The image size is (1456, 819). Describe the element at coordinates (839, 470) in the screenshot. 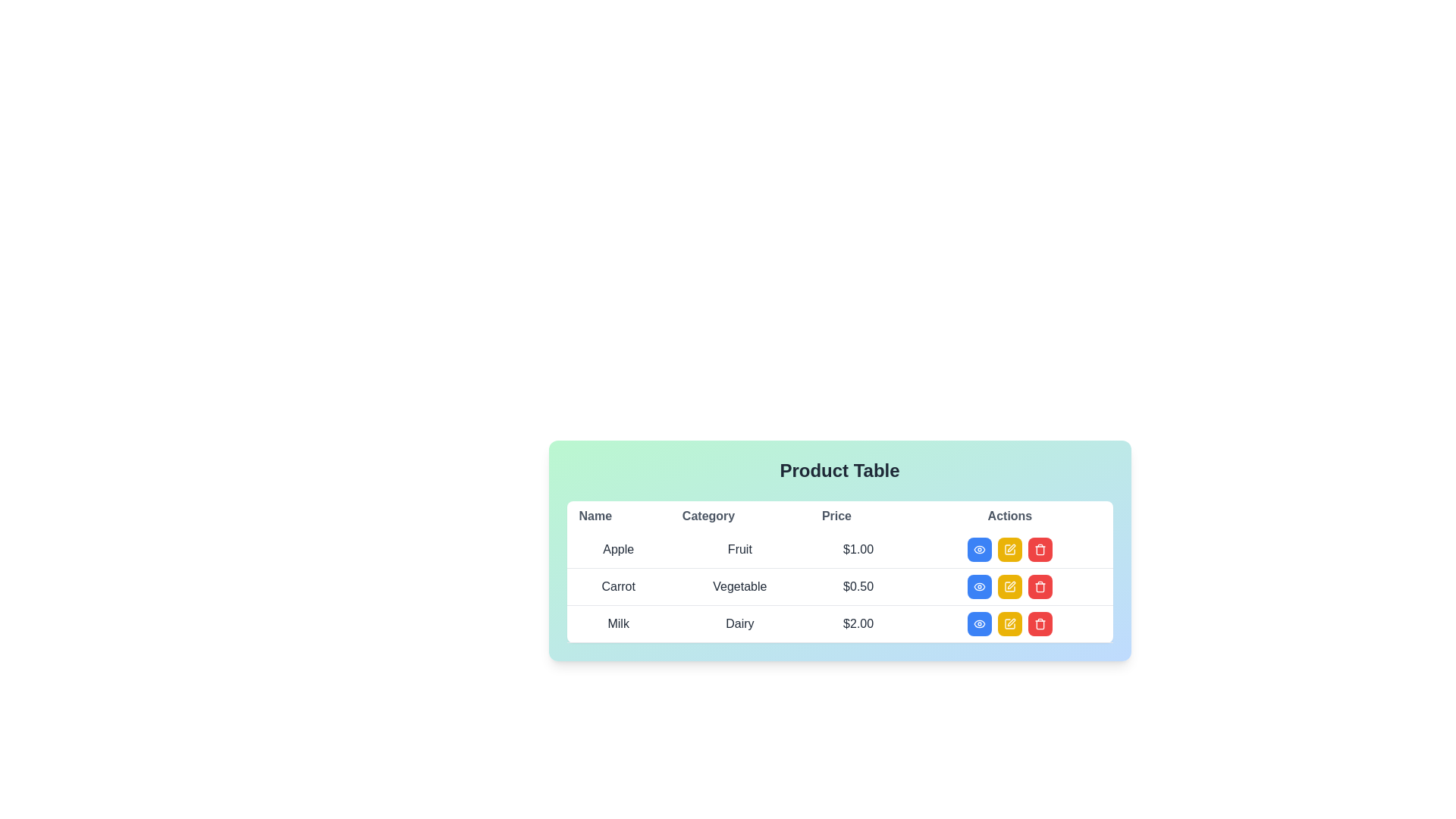

I see `the centered title text 'Product Table', which is displayed in a bold and large font against a colorful gradient background` at that location.